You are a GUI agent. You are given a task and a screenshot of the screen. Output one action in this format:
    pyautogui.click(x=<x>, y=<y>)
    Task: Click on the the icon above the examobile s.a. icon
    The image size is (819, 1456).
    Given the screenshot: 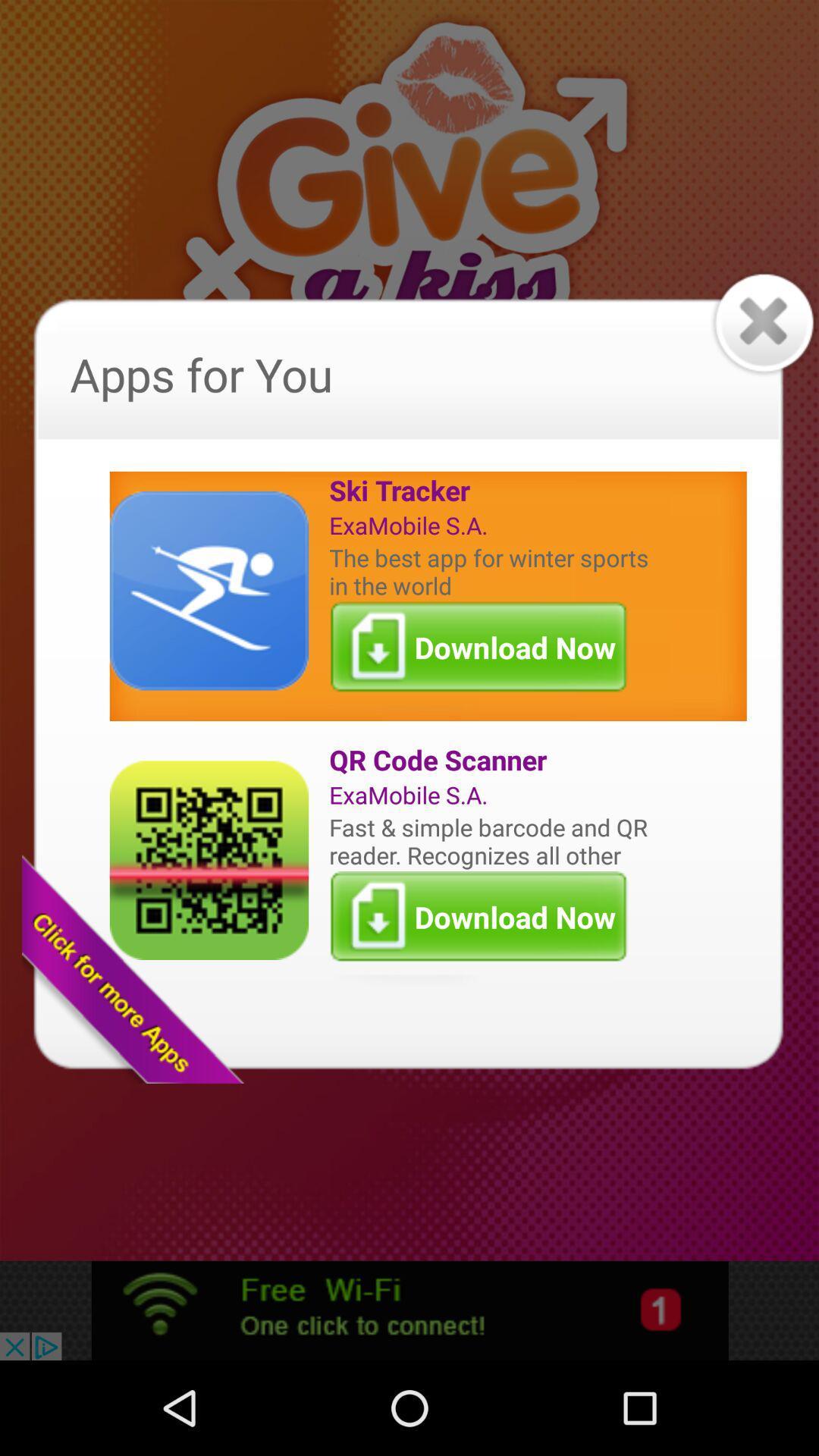 What is the action you would take?
    pyautogui.click(x=492, y=760)
    